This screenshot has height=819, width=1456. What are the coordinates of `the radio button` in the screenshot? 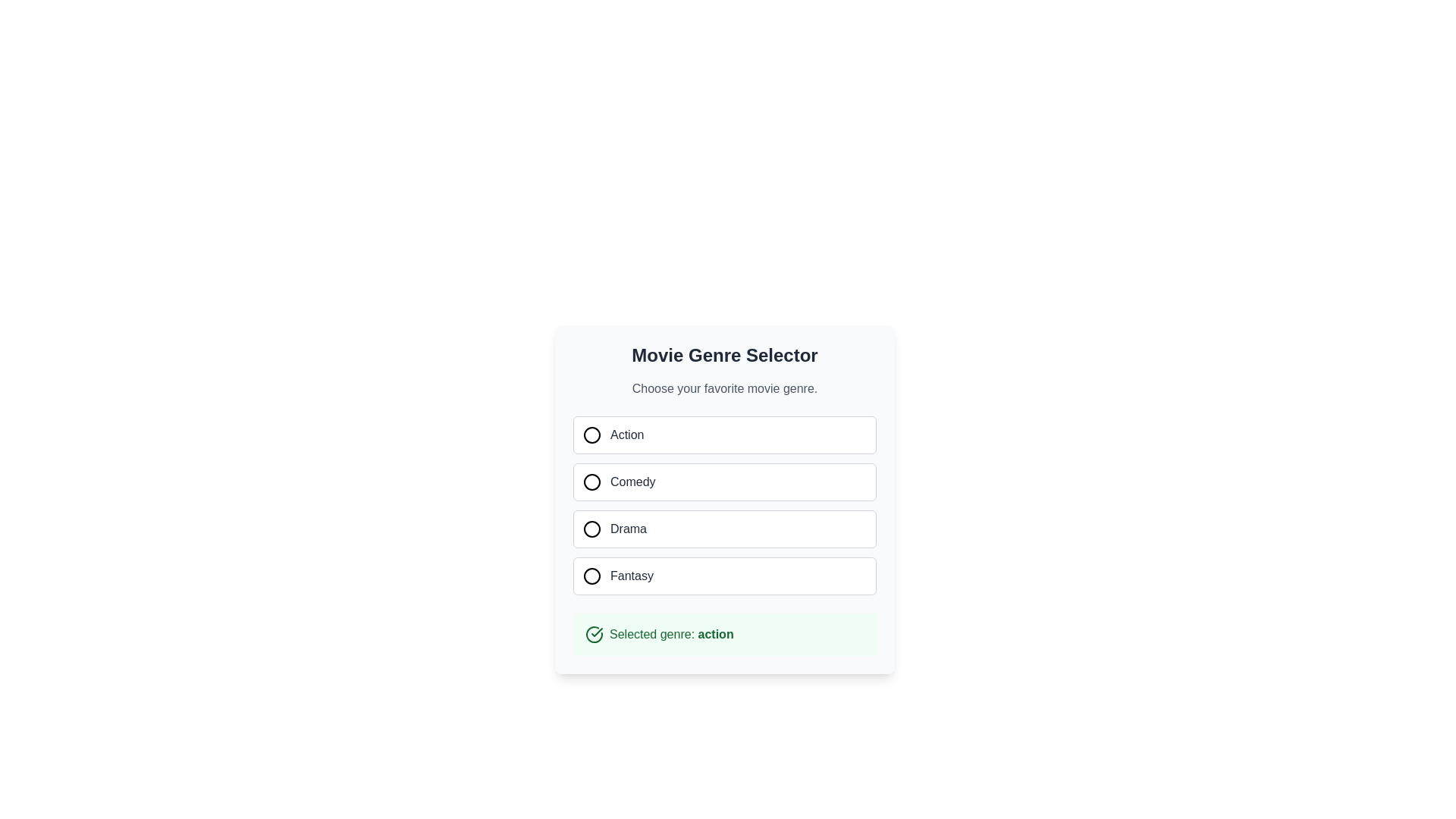 It's located at (591, 529).